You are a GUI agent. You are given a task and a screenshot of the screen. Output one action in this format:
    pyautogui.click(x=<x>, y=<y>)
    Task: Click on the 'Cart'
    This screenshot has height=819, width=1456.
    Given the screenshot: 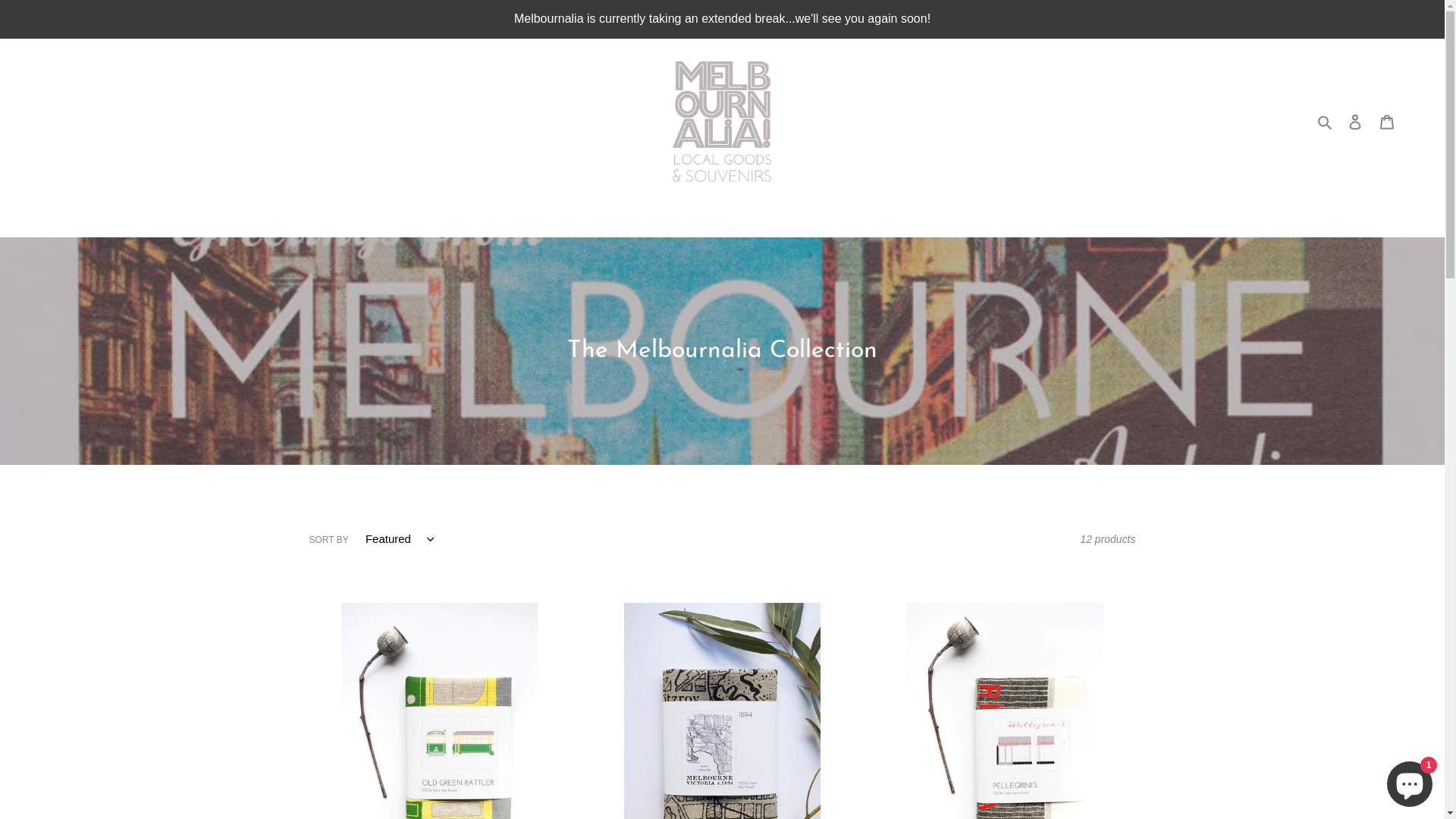 What is the action you would take?
    pyautogui.click(x=1386, y=121)
    